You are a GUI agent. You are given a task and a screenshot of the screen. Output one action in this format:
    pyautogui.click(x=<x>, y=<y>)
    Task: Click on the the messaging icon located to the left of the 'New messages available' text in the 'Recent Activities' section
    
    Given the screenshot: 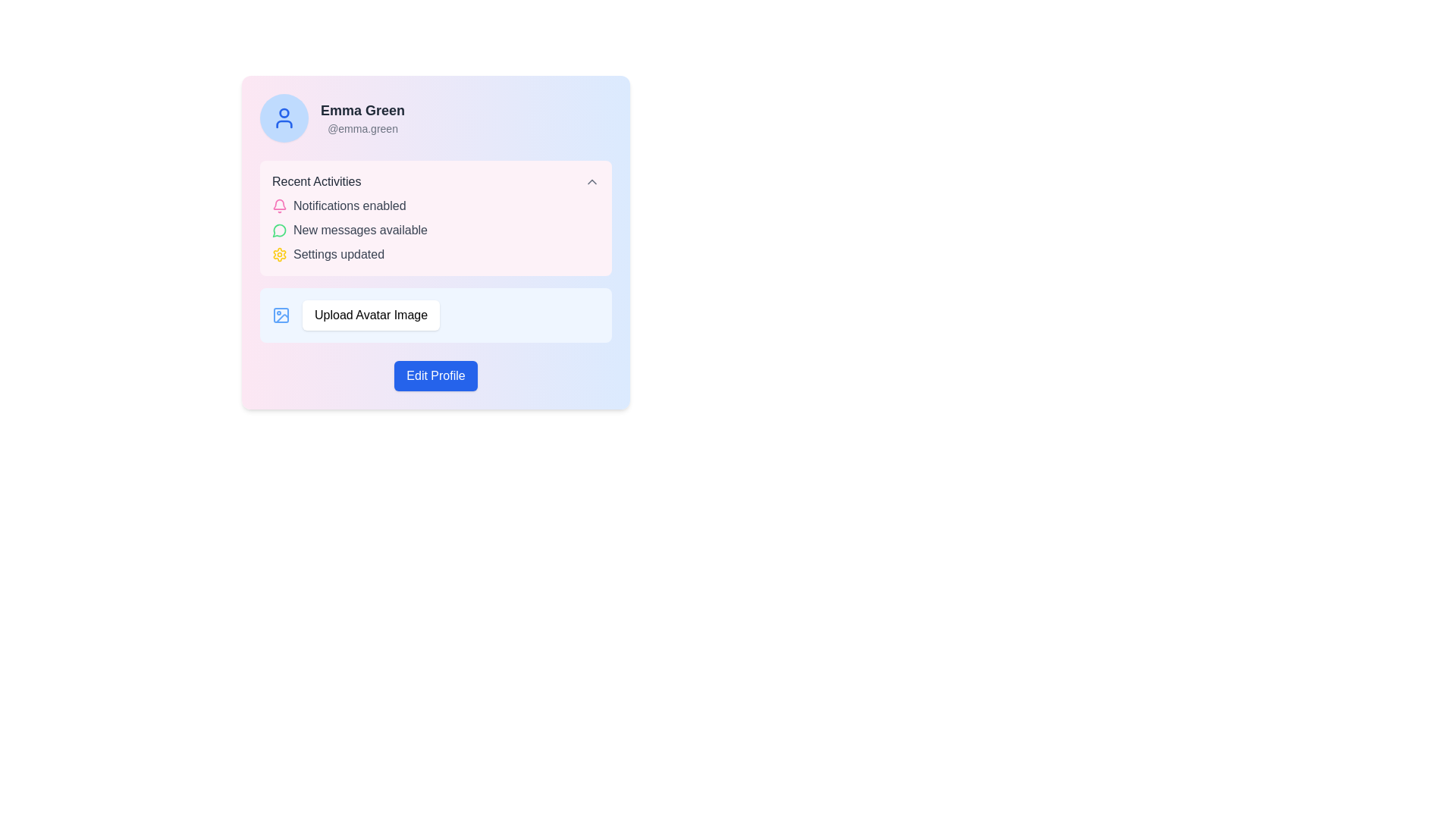 What is the action you would take?
    pyautogui.click(x=280, y=231)
    